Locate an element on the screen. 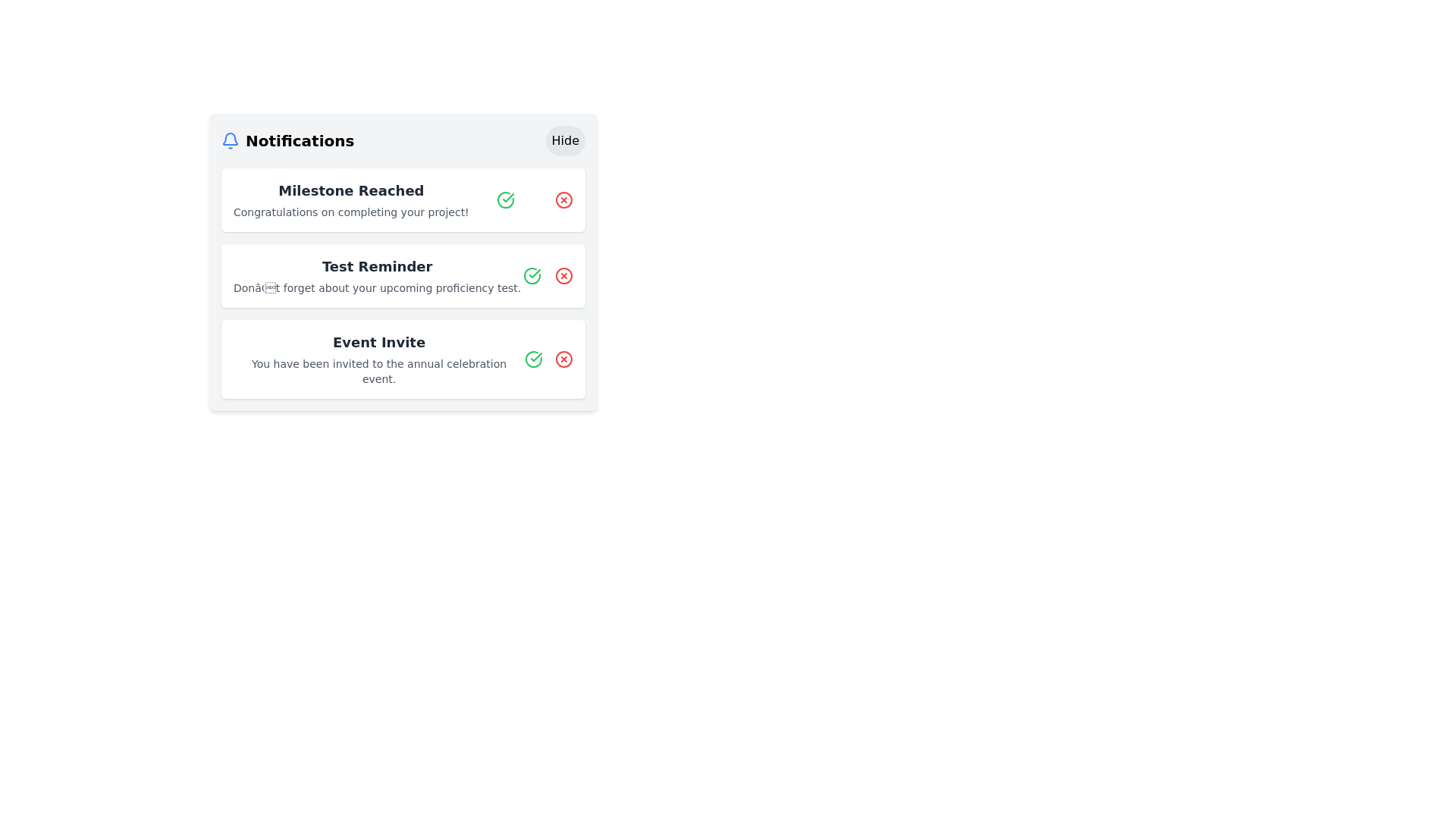 Image resolution: width=1456 pixels, height=819 pixels. the confirmation button for the 'Event Invite' notification, which is located on the right side of the notification text area is located at coordinates (534, 359).